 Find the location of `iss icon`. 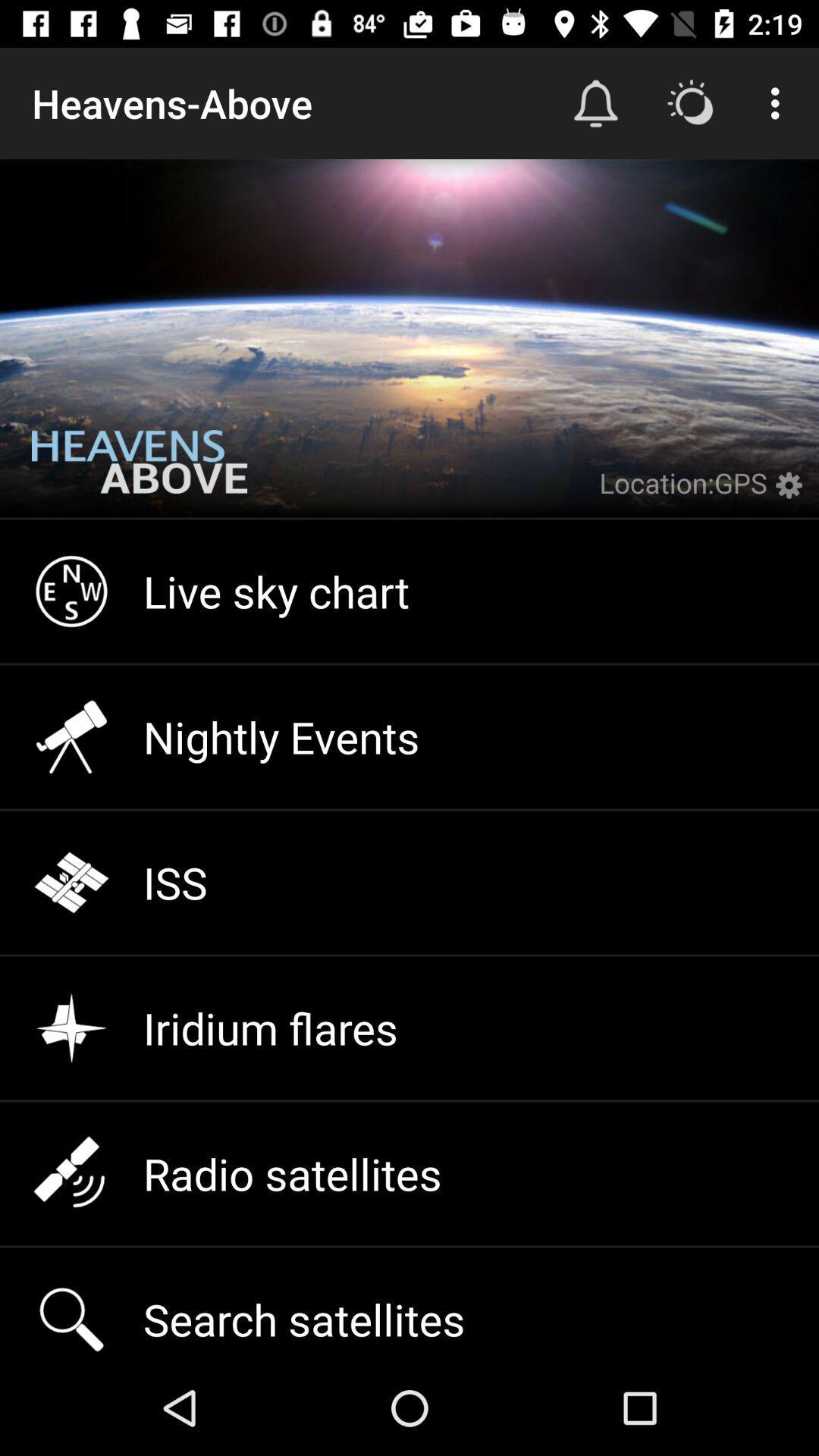

iss icon is located at coordinates (409, 883).